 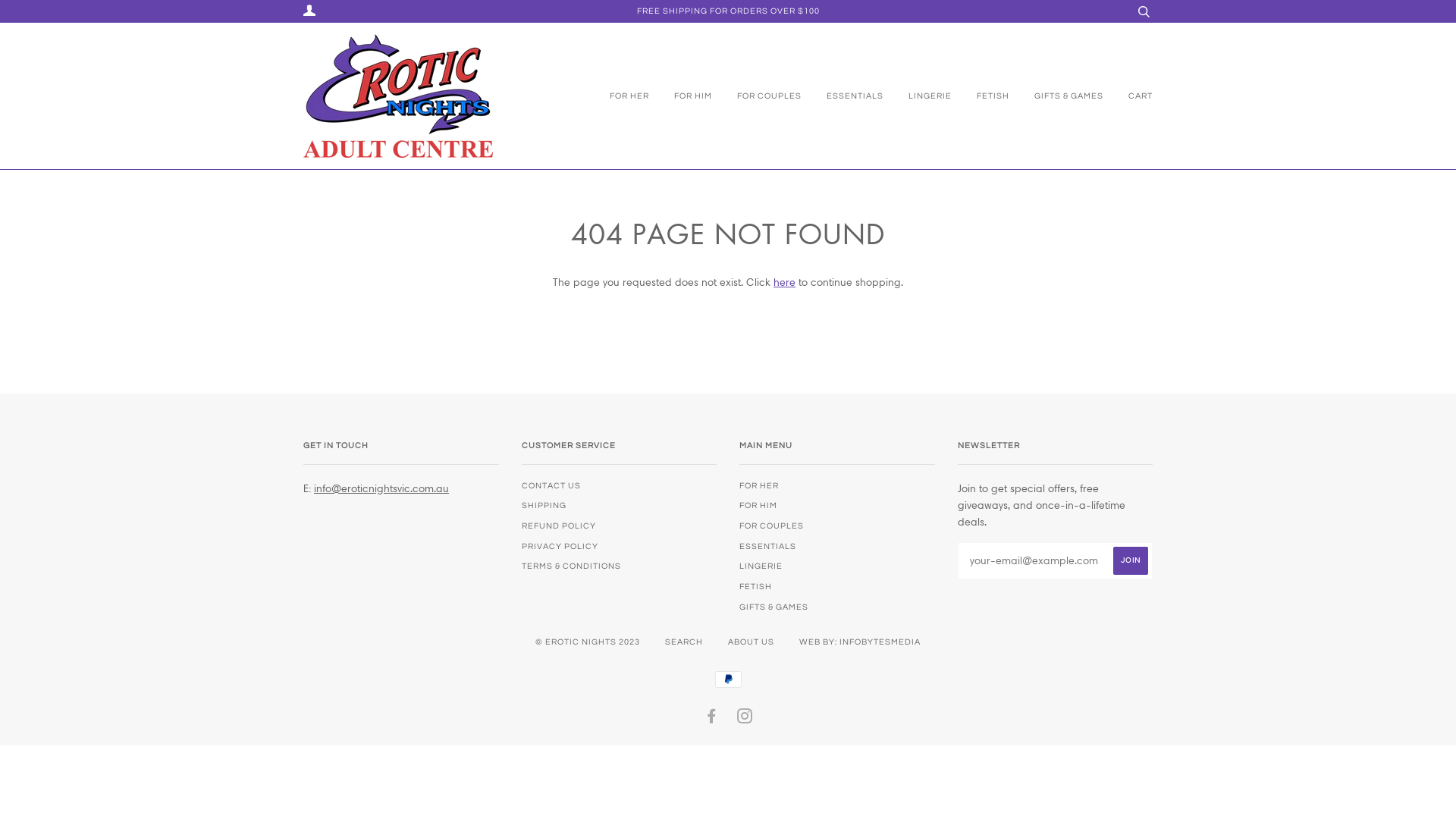 What do you see at coordinates (680, 96) in the screenshot?
I see `'FOR HIM'` at bounding box center [680, 96].